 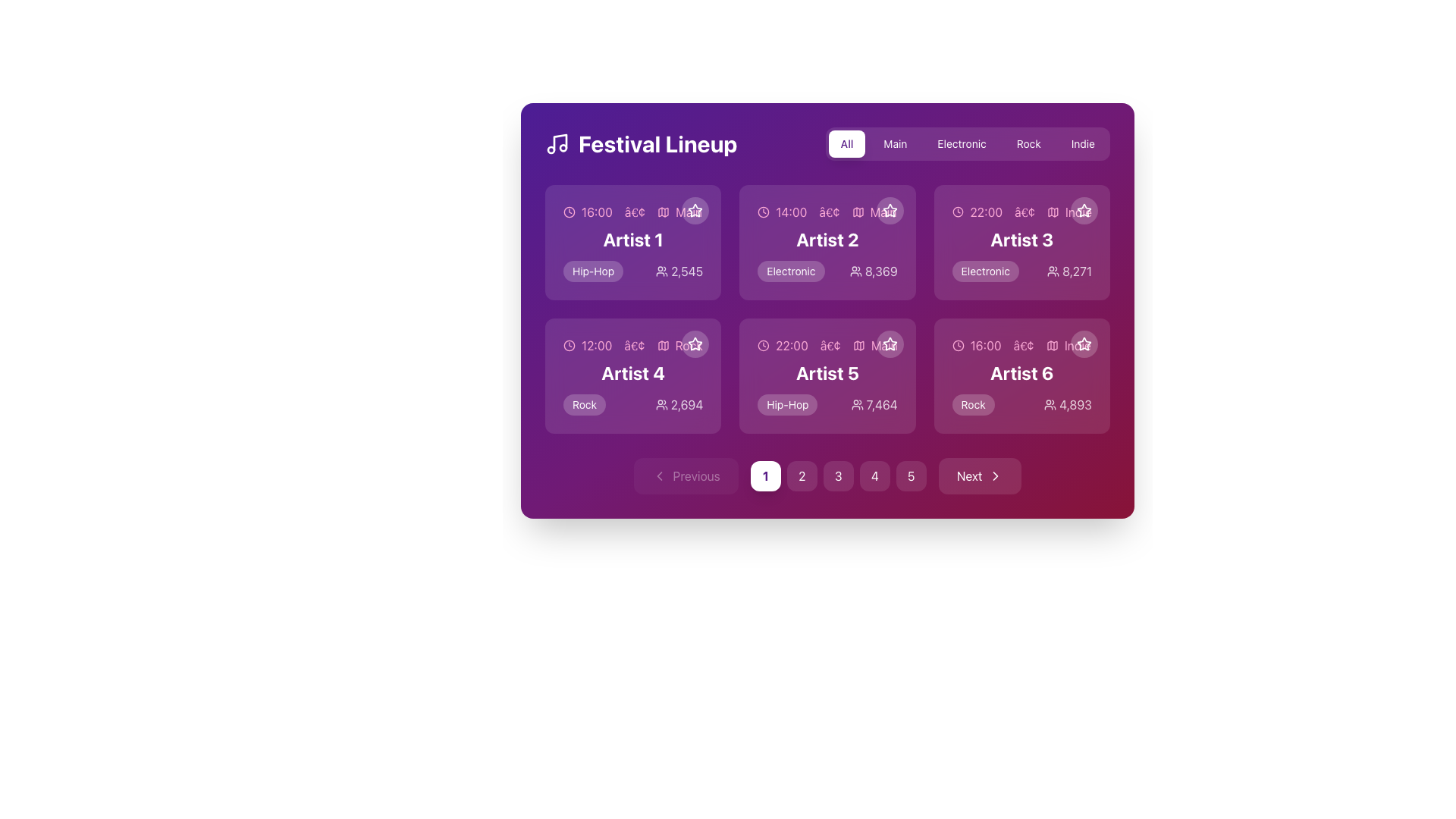 I want to click on the performance information card located in the top-left corner of the grid to interact with its sub-elements, so click(x=633, y=242).